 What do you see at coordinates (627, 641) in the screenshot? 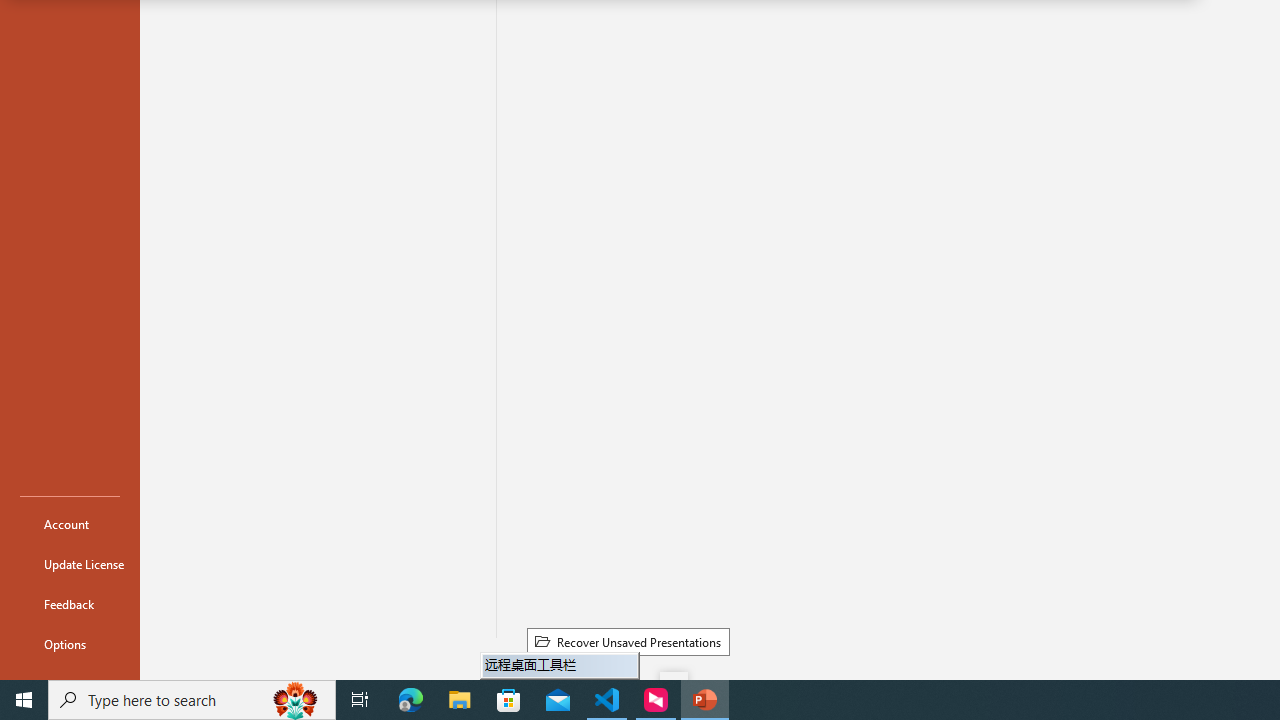
I see `'Recover Unsaved Presentations'` at bounding box center [627, 641].